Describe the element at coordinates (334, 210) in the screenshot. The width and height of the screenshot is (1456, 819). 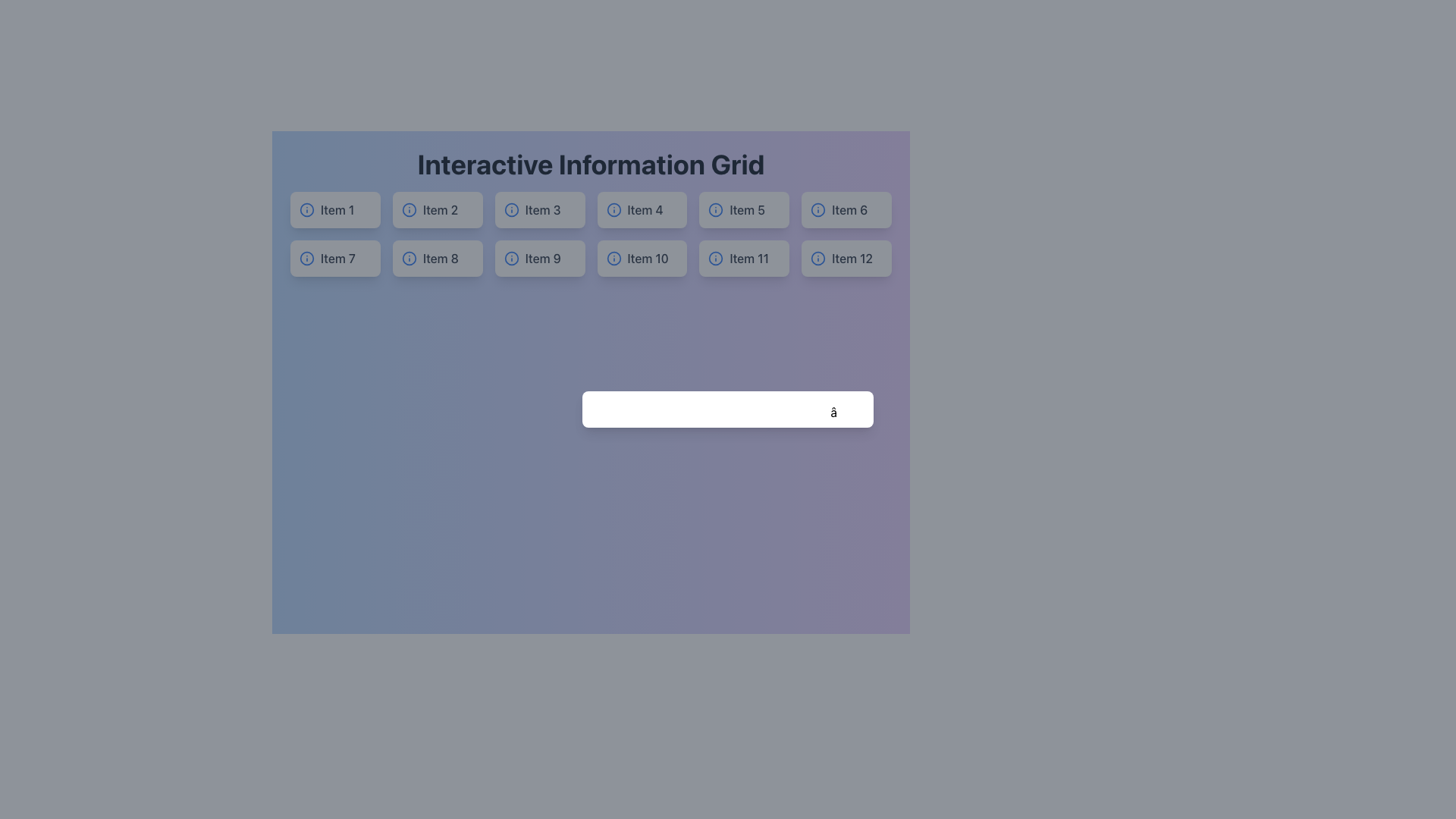
I see `the top-left button` at that location.